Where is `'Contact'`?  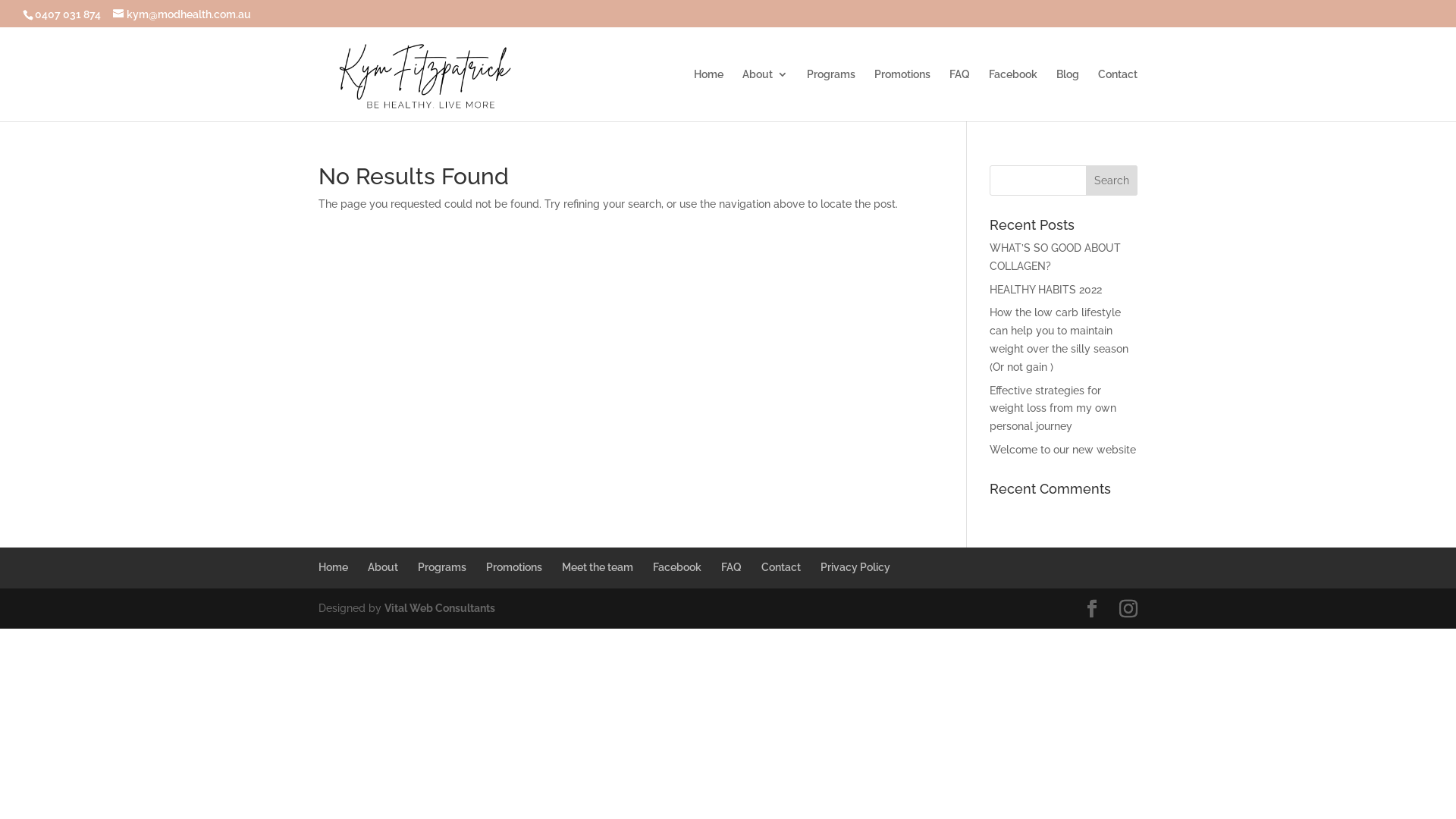
'Contact' is located at coordinates (1117, 95).